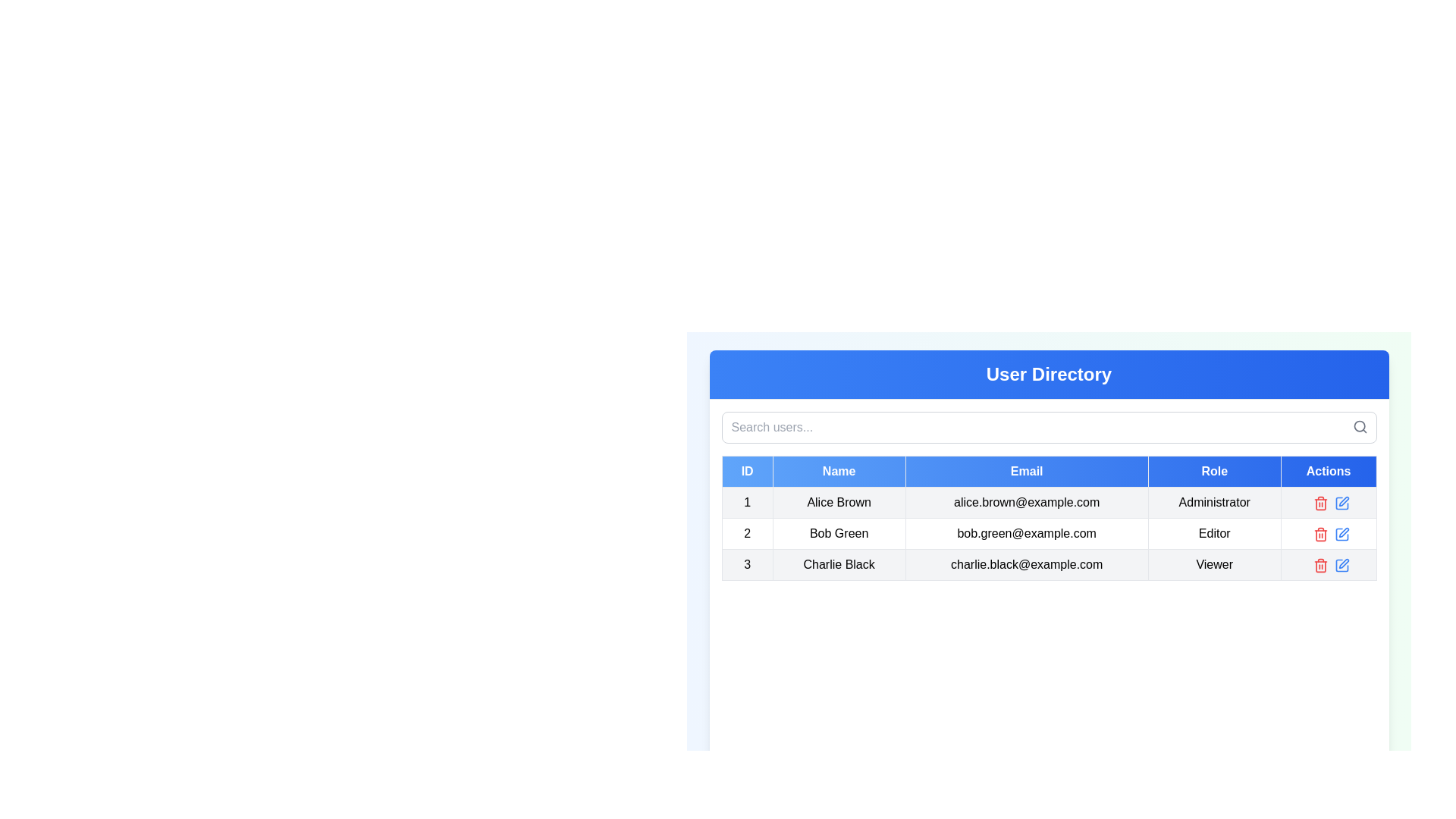 Image resolution: width=1456 pixels, height=819 pixels. Describe the element at coordinates (1342, 503) in the screenshot. I see `the Edit icon located in the Actions column of the third row in the data table` at that location.